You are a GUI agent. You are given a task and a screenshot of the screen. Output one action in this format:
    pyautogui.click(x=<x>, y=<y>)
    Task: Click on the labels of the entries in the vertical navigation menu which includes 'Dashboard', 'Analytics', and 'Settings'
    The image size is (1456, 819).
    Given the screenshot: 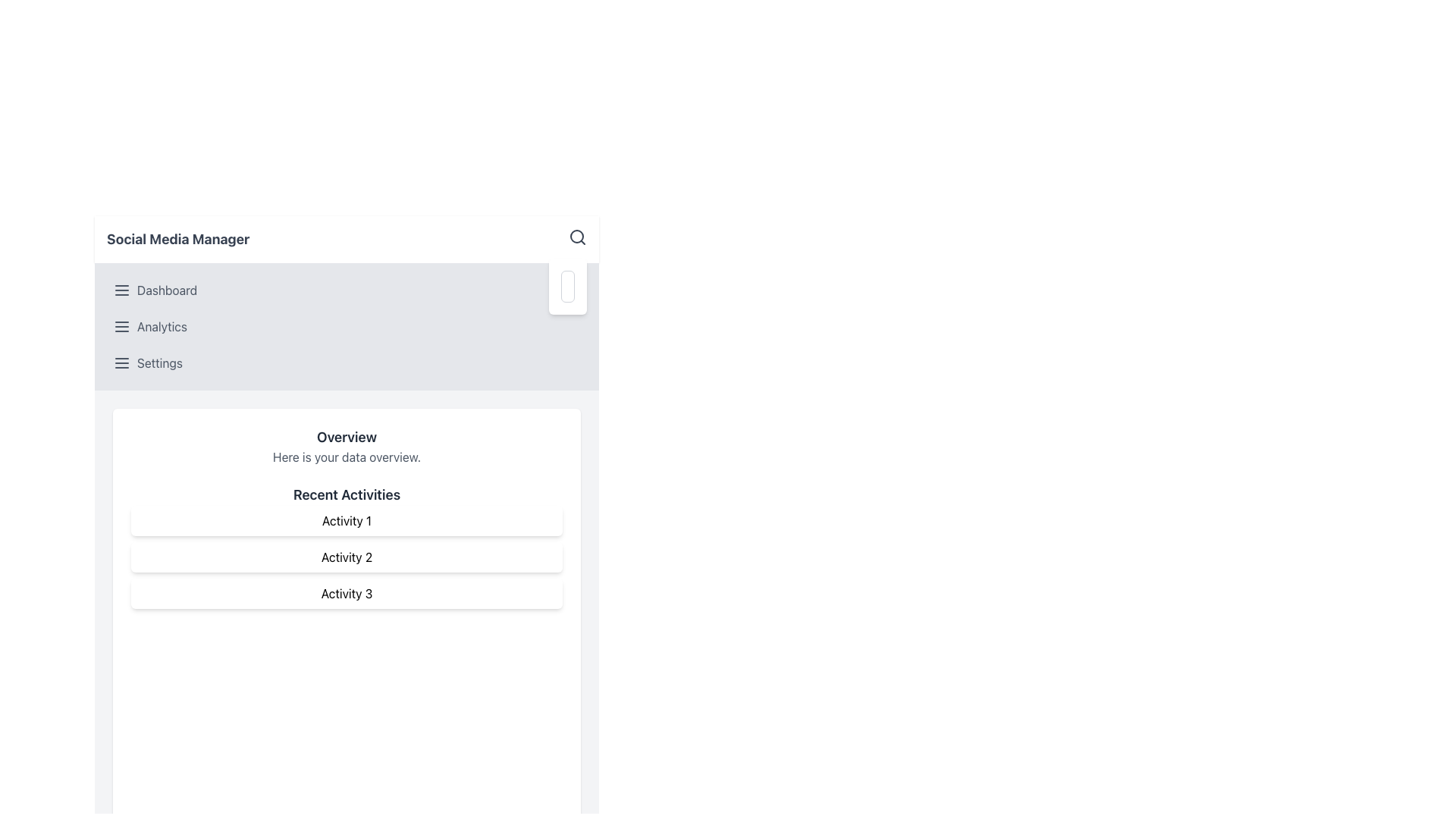 What is the action you would take?
    pyautogui.click(x=346, y=326)
    